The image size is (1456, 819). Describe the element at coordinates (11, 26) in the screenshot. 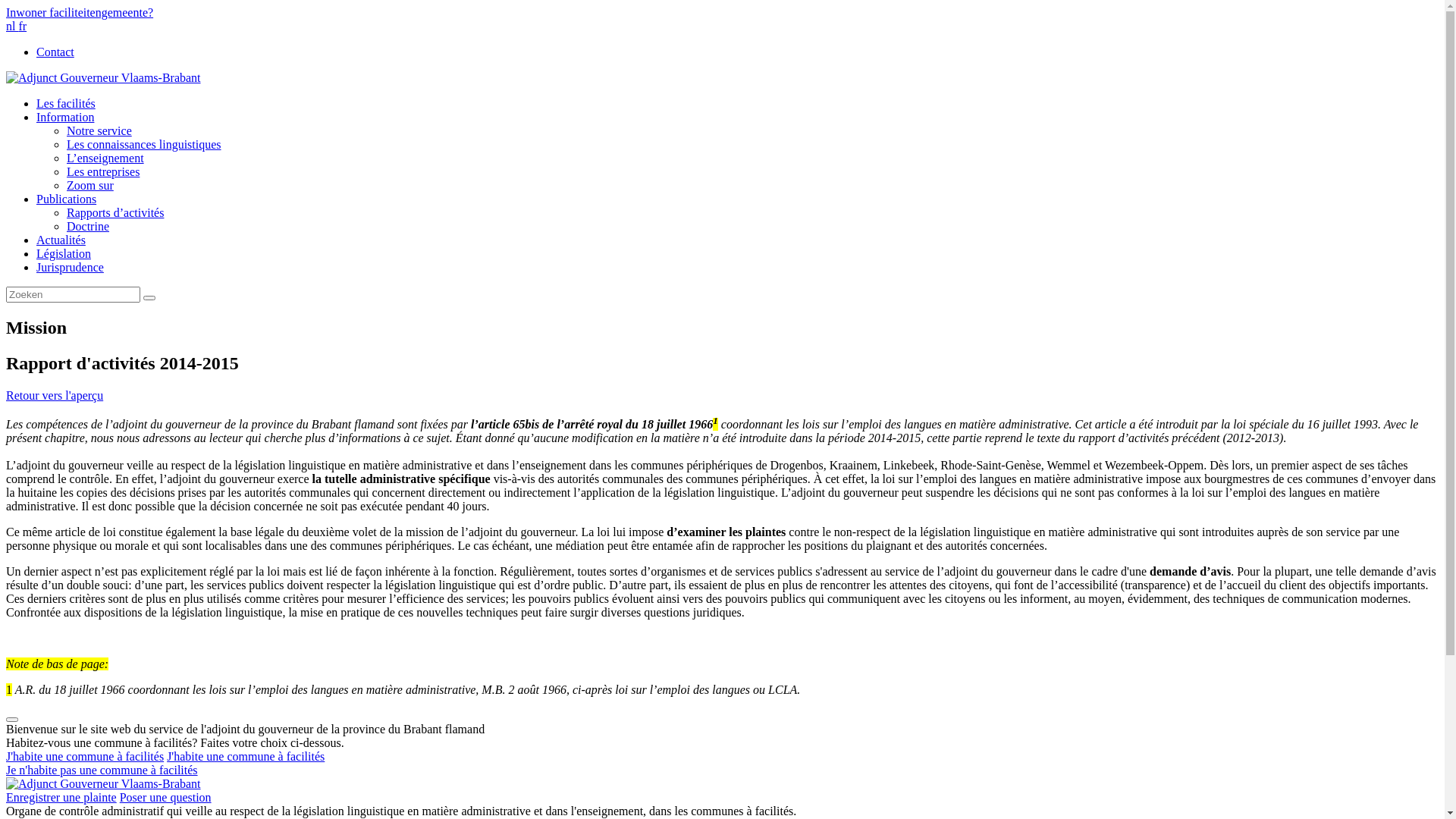

I see `'nl'` at that location.